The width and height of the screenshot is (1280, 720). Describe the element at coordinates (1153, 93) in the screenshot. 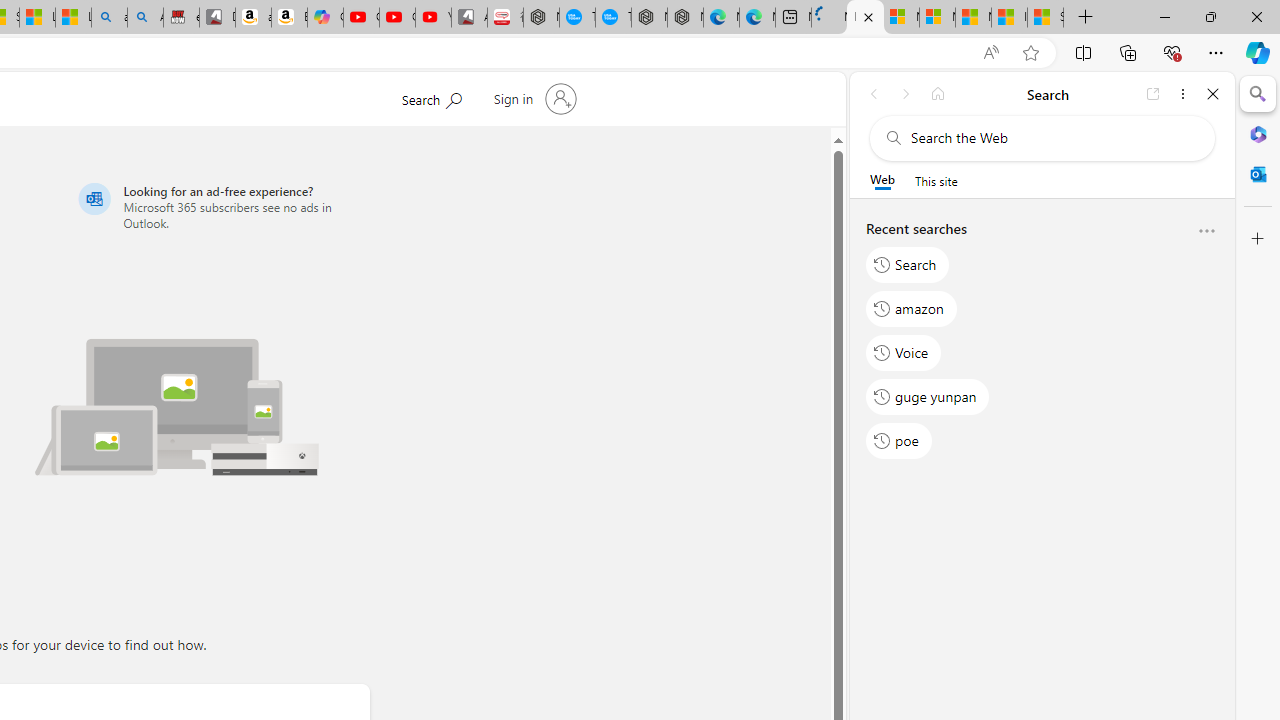

I see `'Open link in new tab'` at that location.